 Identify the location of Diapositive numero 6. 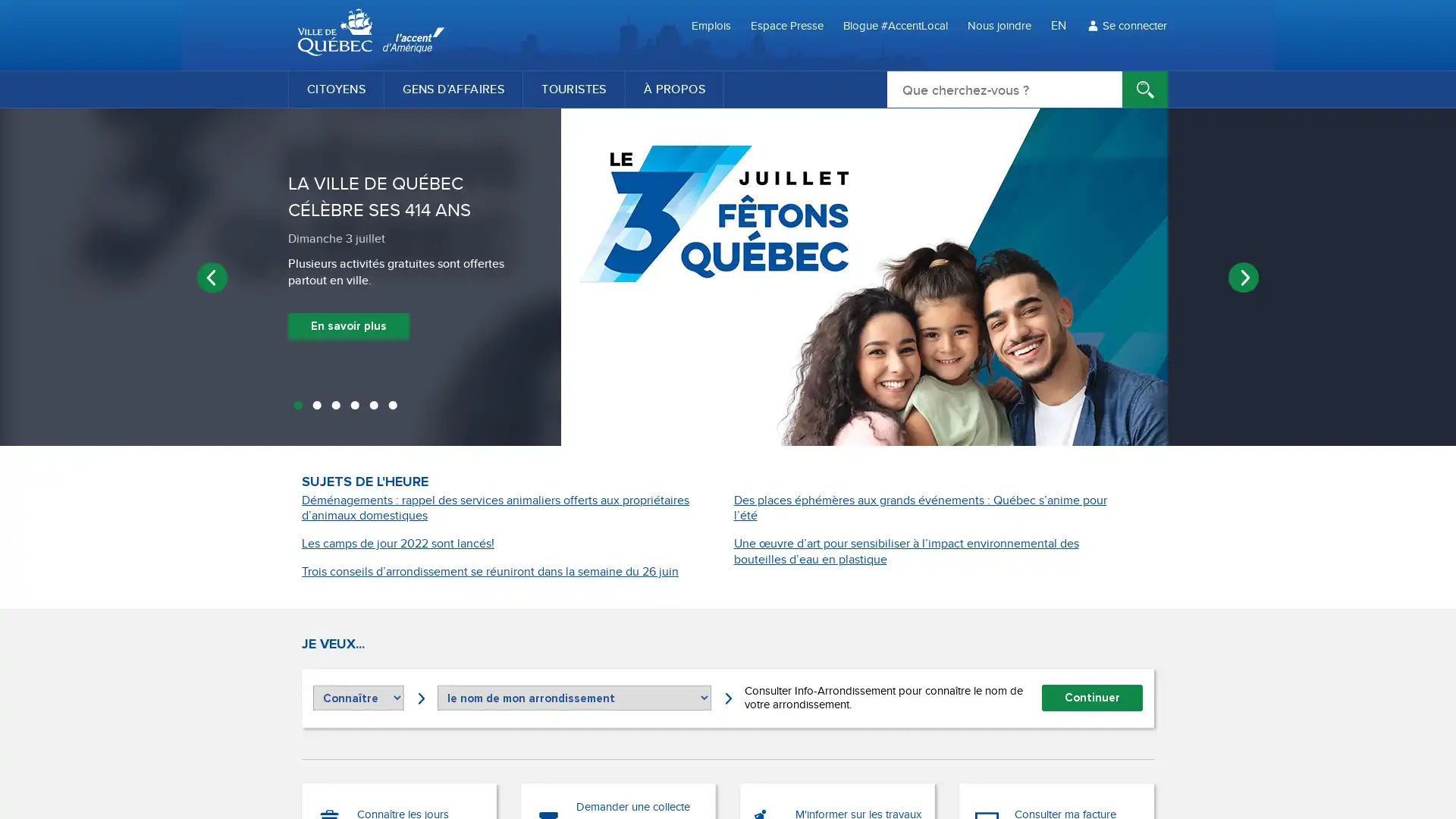
(392, 406).